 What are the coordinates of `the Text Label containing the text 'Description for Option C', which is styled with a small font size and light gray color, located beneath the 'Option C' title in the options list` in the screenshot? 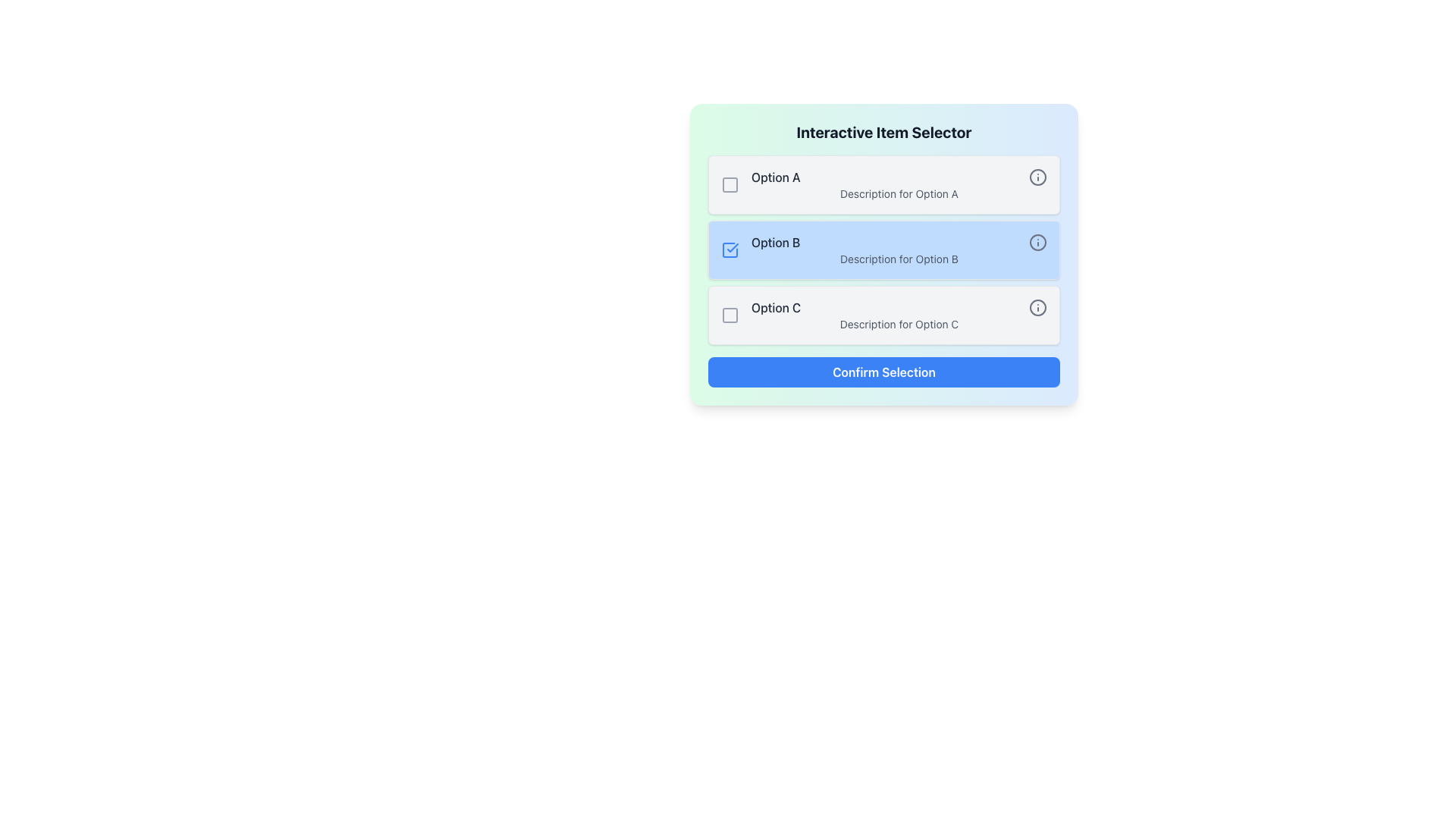 It's located at (899, 324).